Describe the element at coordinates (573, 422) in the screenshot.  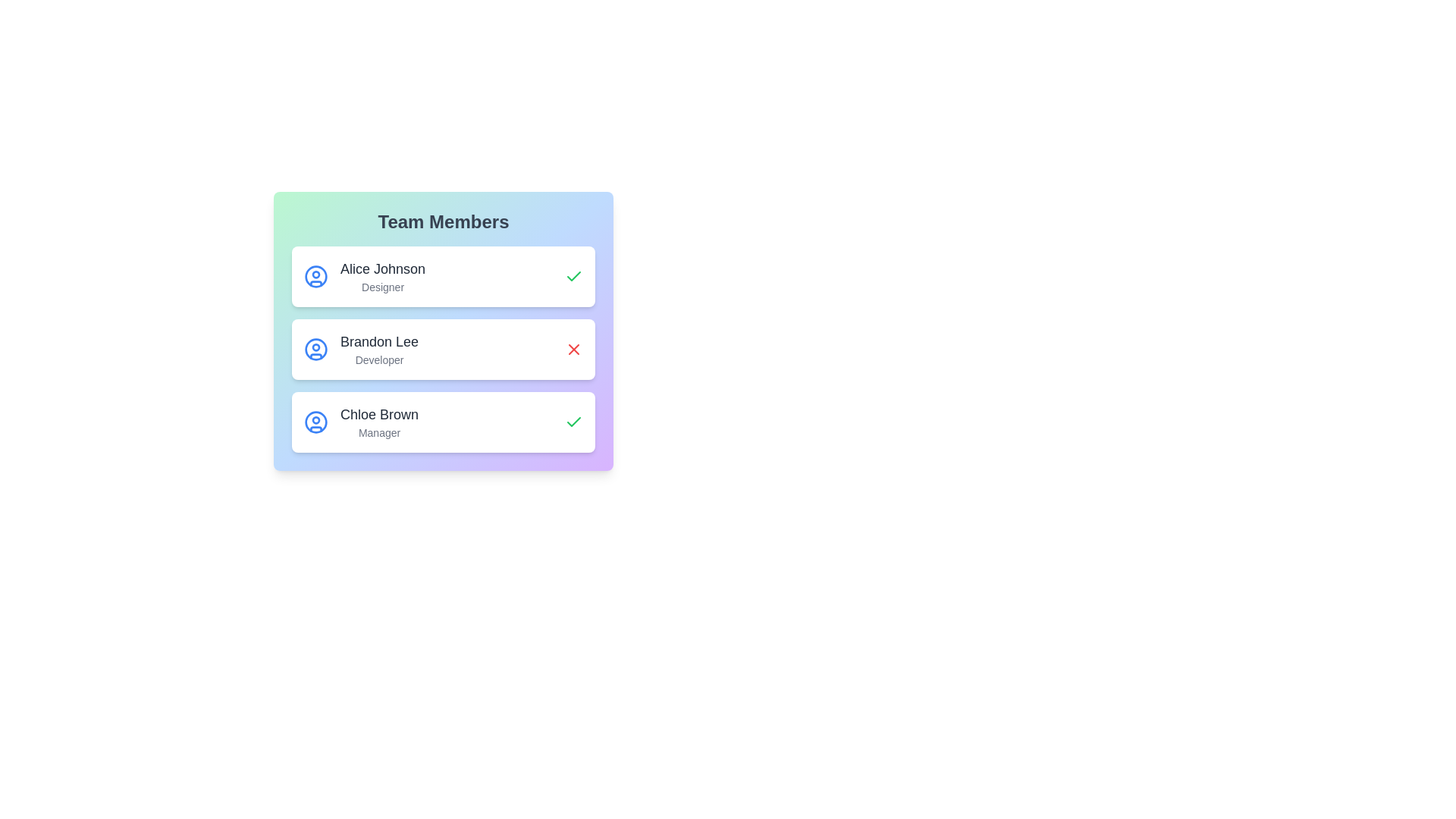
I see `the status icon for Chloe Brown to inspect their online/offline status` at that location.